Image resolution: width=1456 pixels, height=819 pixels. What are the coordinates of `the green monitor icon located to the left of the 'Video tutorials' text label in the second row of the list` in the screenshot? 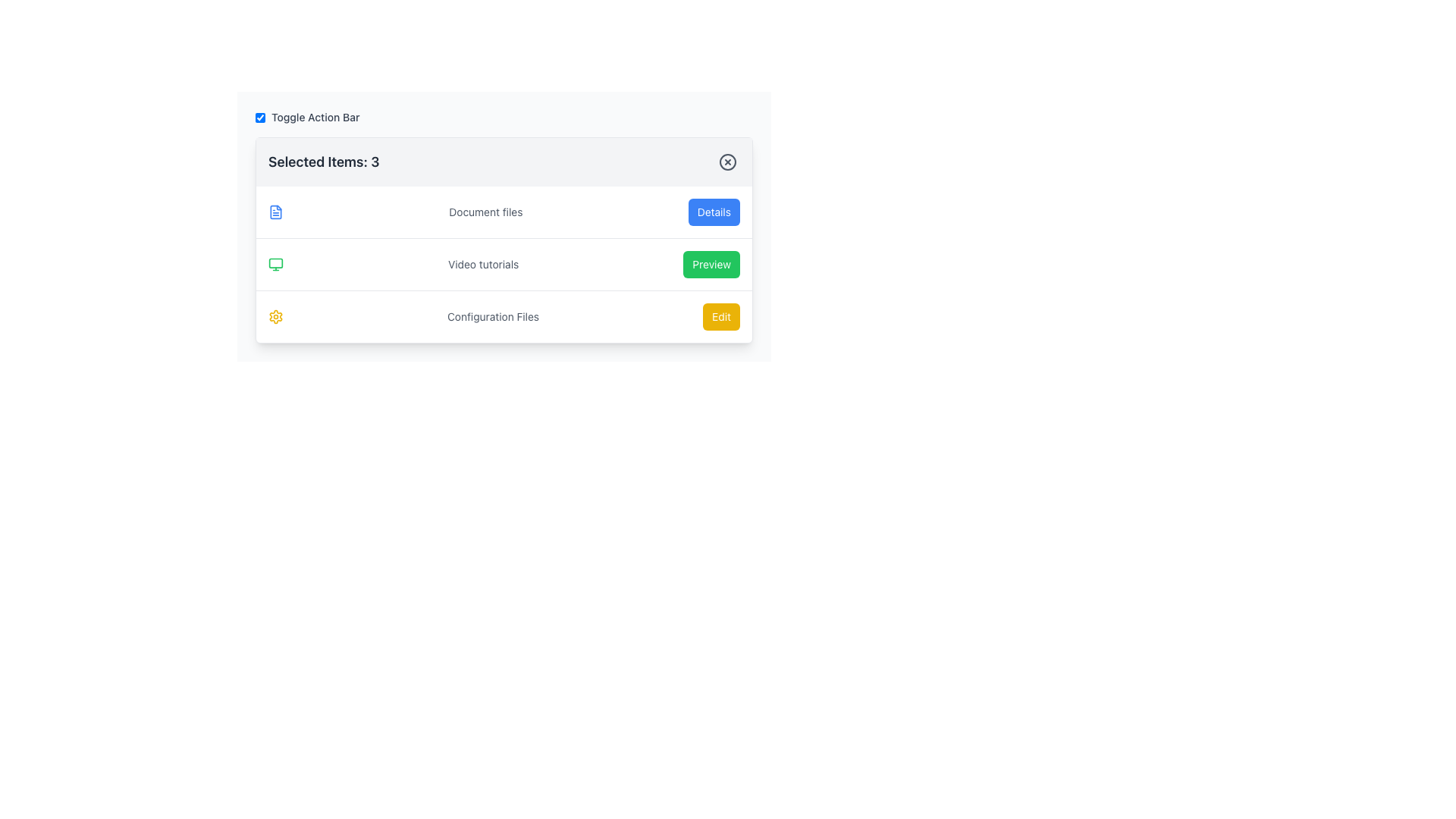 It's located at (276, 263).